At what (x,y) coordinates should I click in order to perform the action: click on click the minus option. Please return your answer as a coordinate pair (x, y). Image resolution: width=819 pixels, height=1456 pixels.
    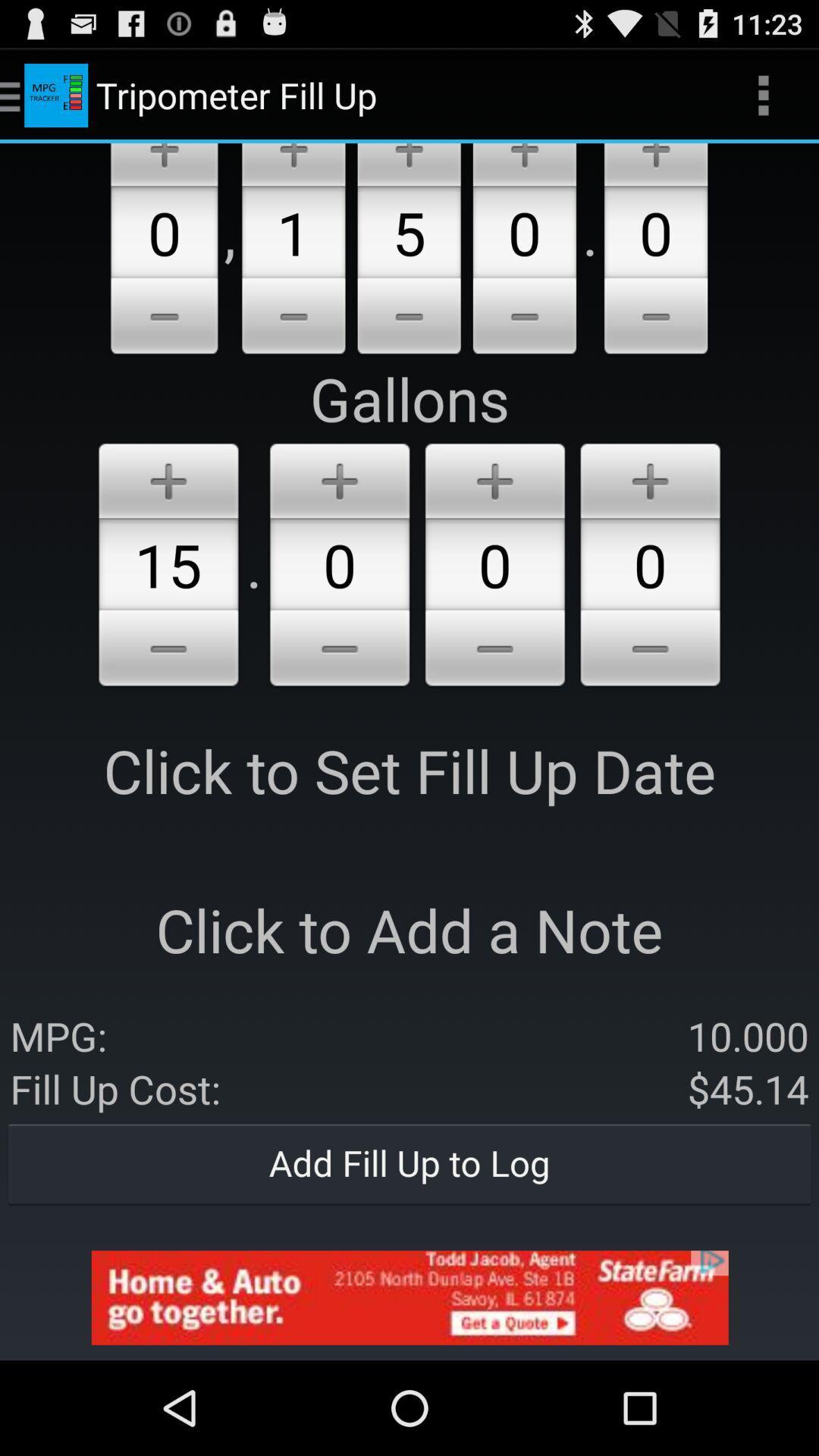
    Looking at the image, I should click on (655, 318).